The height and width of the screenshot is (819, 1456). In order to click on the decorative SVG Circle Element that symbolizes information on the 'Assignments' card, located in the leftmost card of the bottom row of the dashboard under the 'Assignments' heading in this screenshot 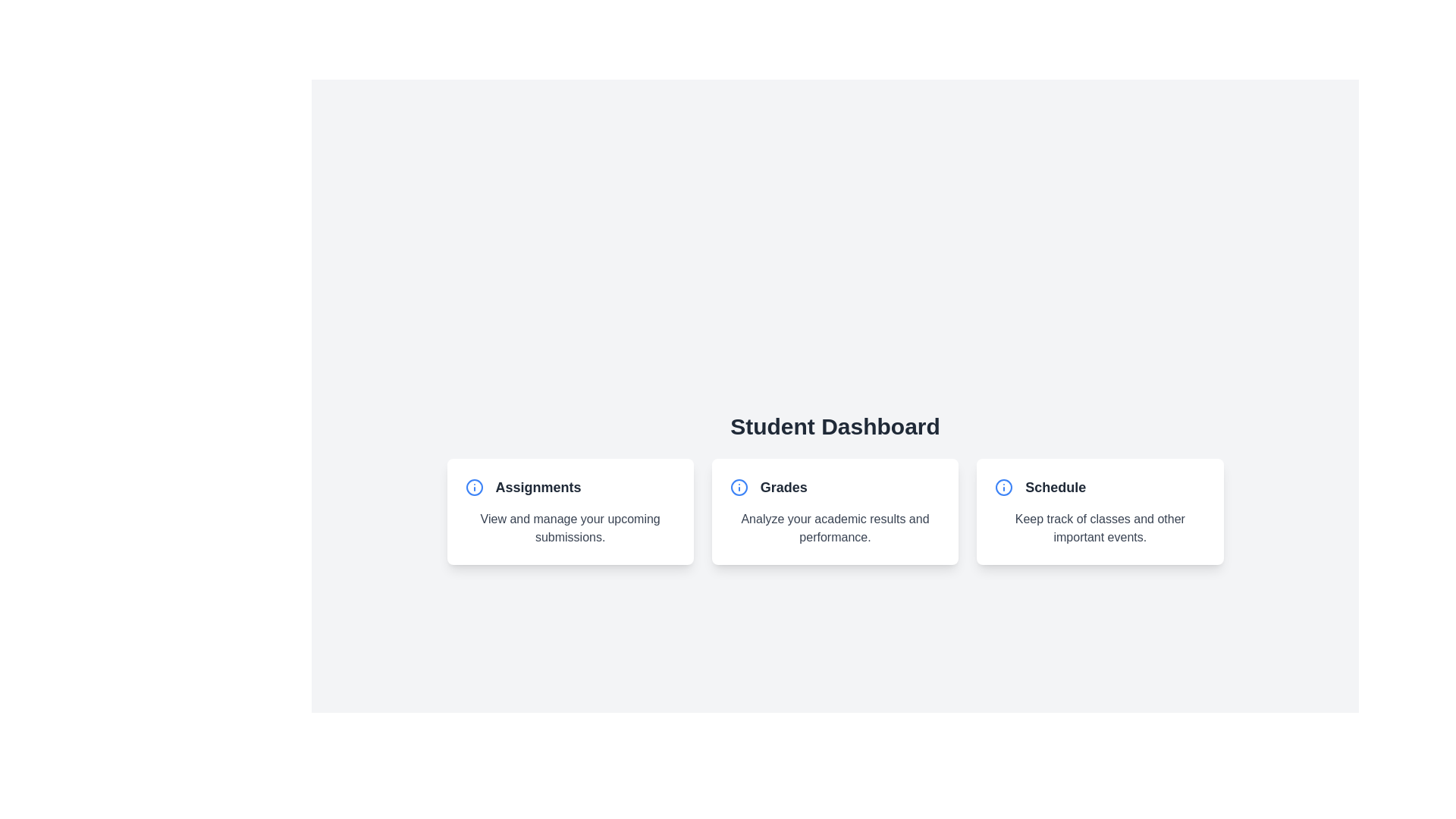, I will do `click(739, 488)`.